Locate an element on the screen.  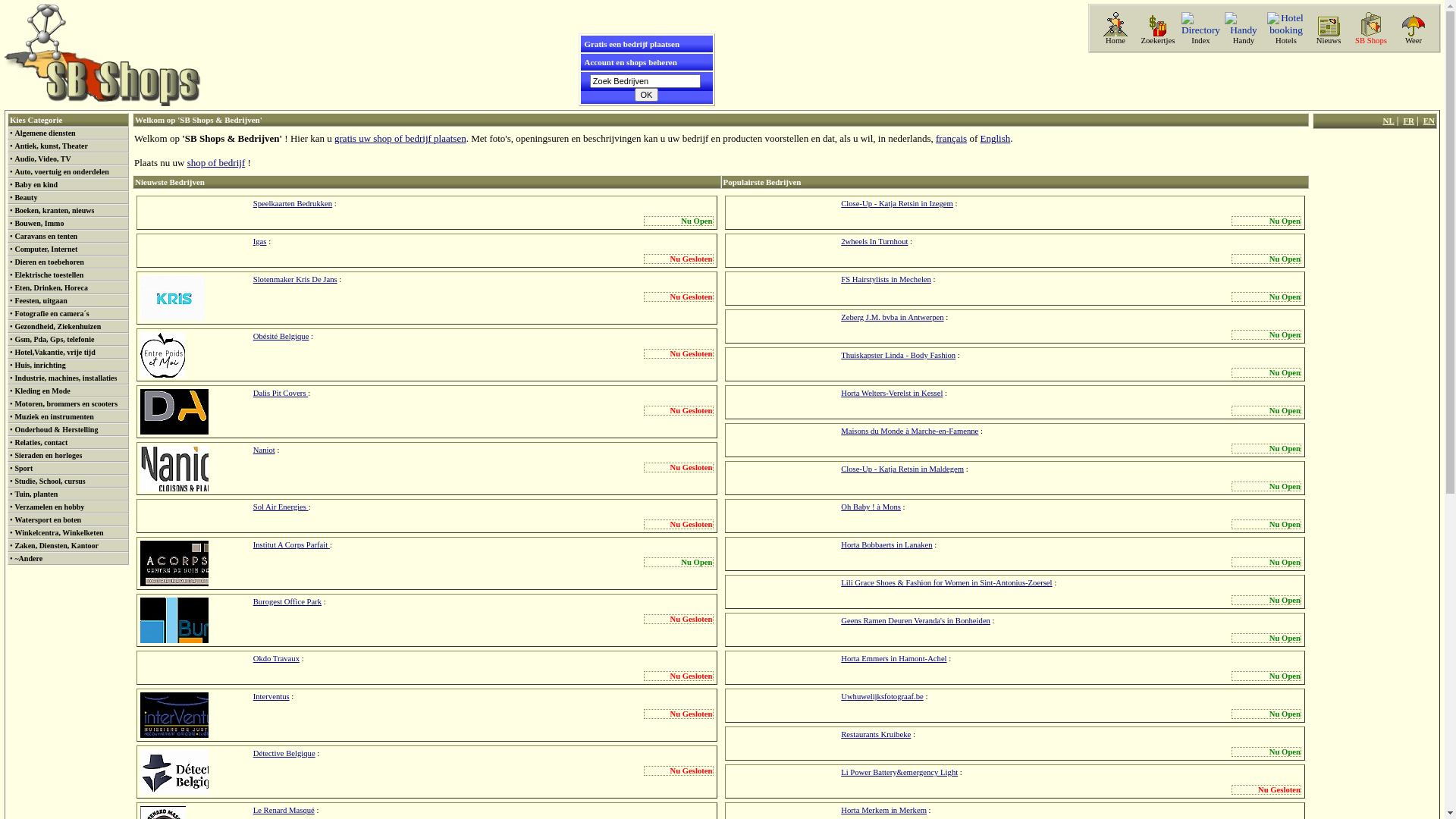
'Home' is located at coordinates (1115, 39).